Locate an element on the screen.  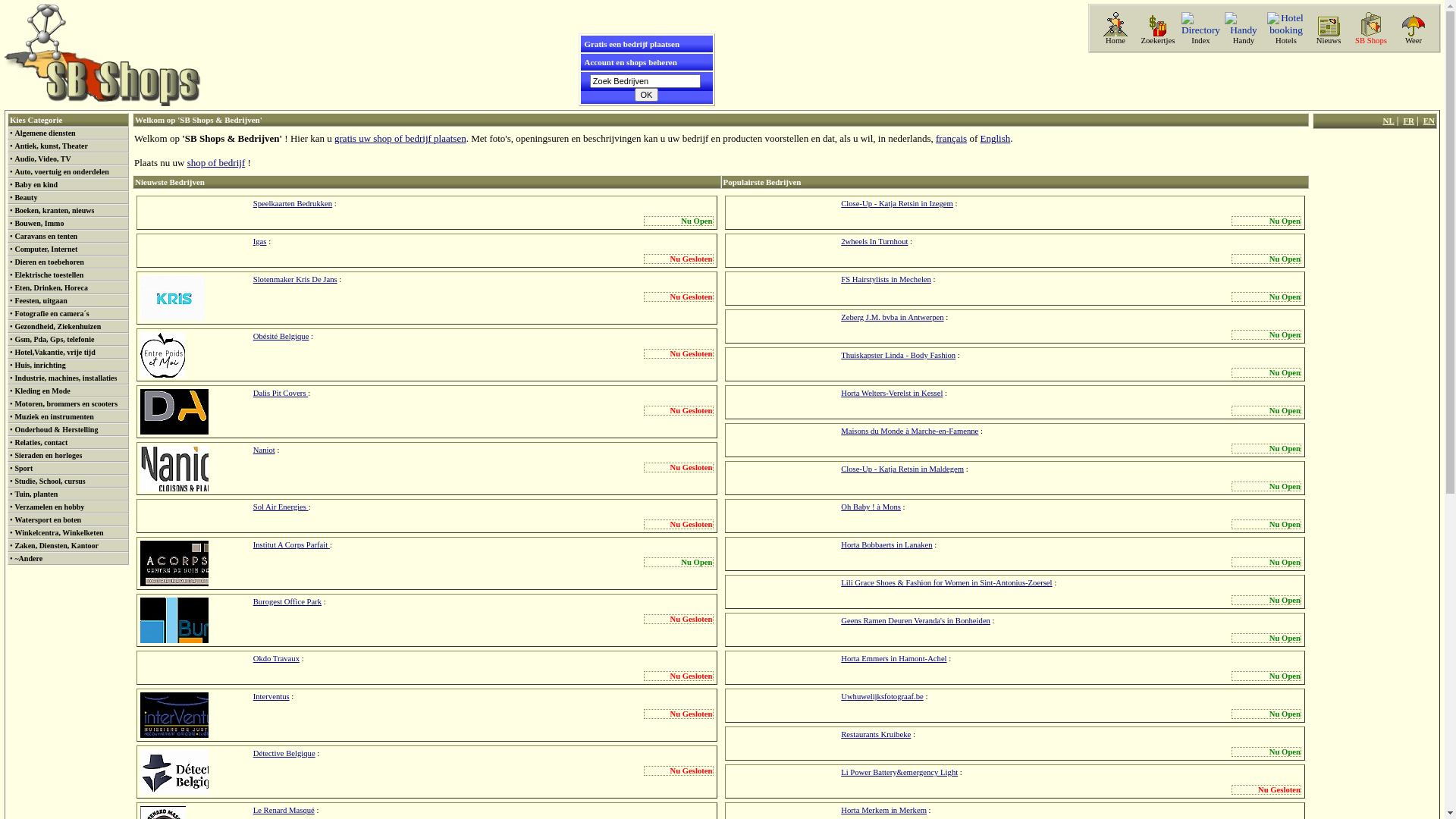
'Home' is located at coordinates (1115, 39).